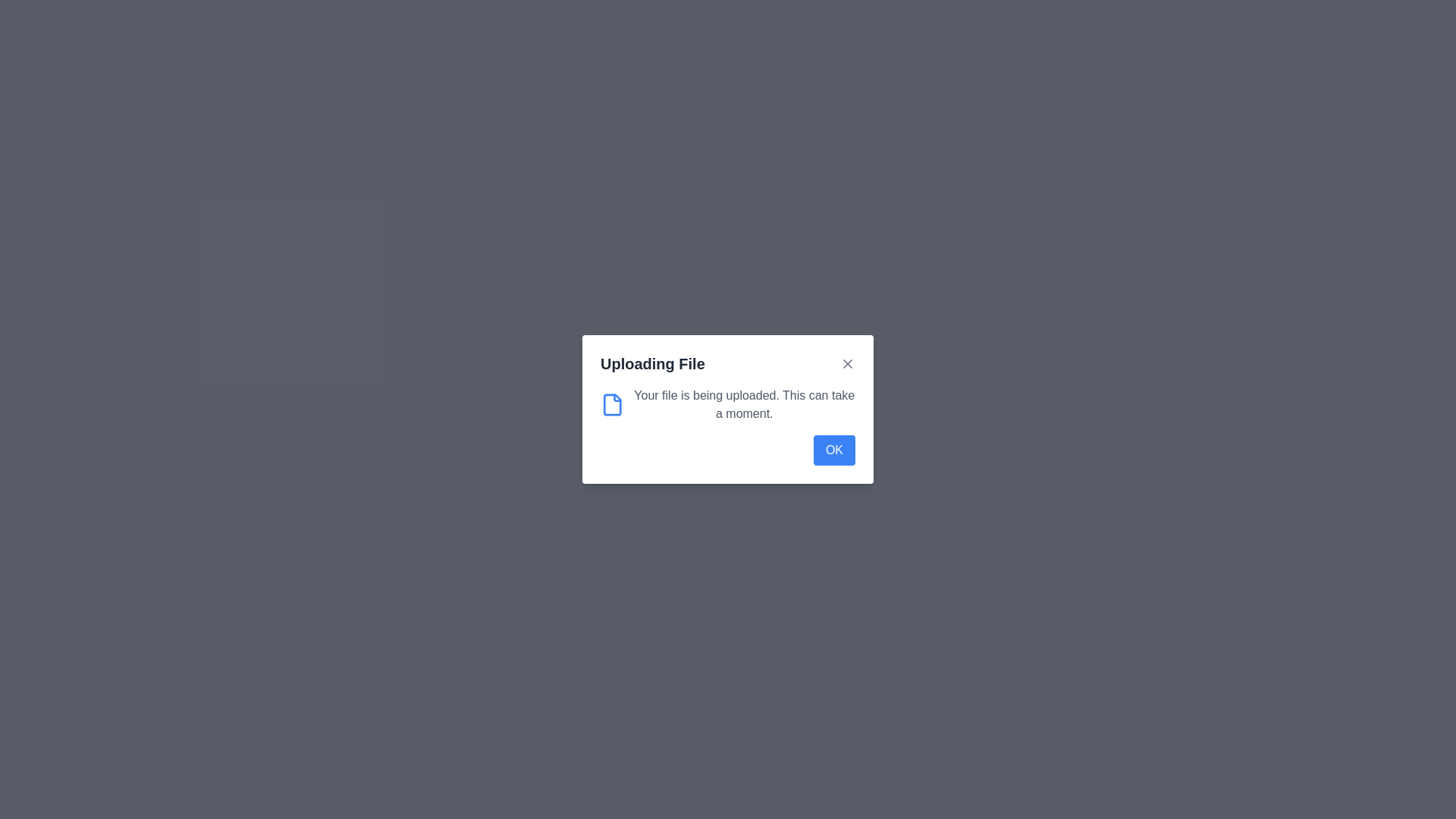  What do you see at coordinates (847, 363) in the screenshot?
I see `the close button with an 'X' symbol in the top-right corner of the modal titled 'Uploading File' to change its color` at bounding box center [847, 363].